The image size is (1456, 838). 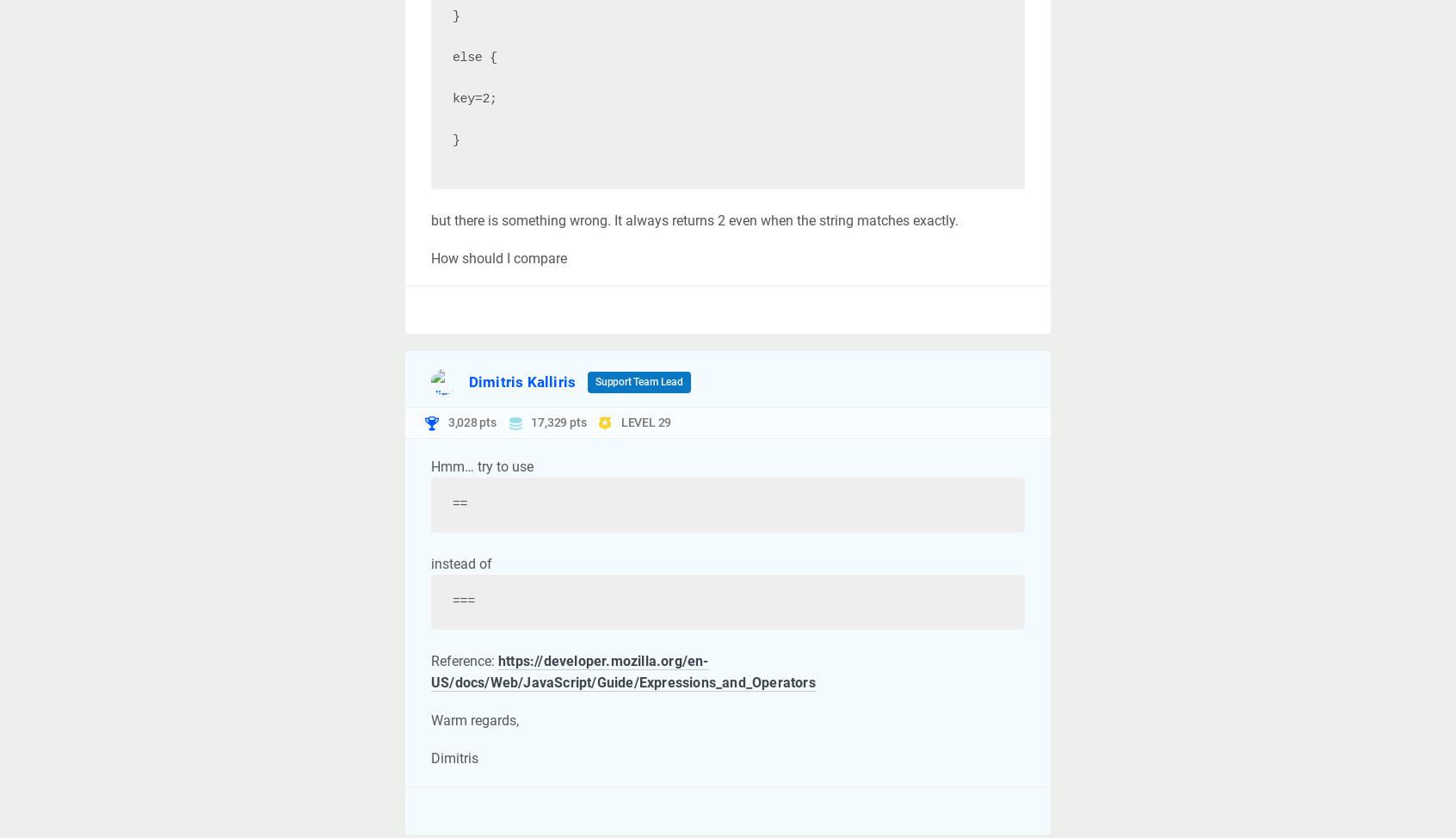 What do you see at coordinates (474, 97) in the screenshot?
I see `'key=2;'` at bounding box center [474, 97].